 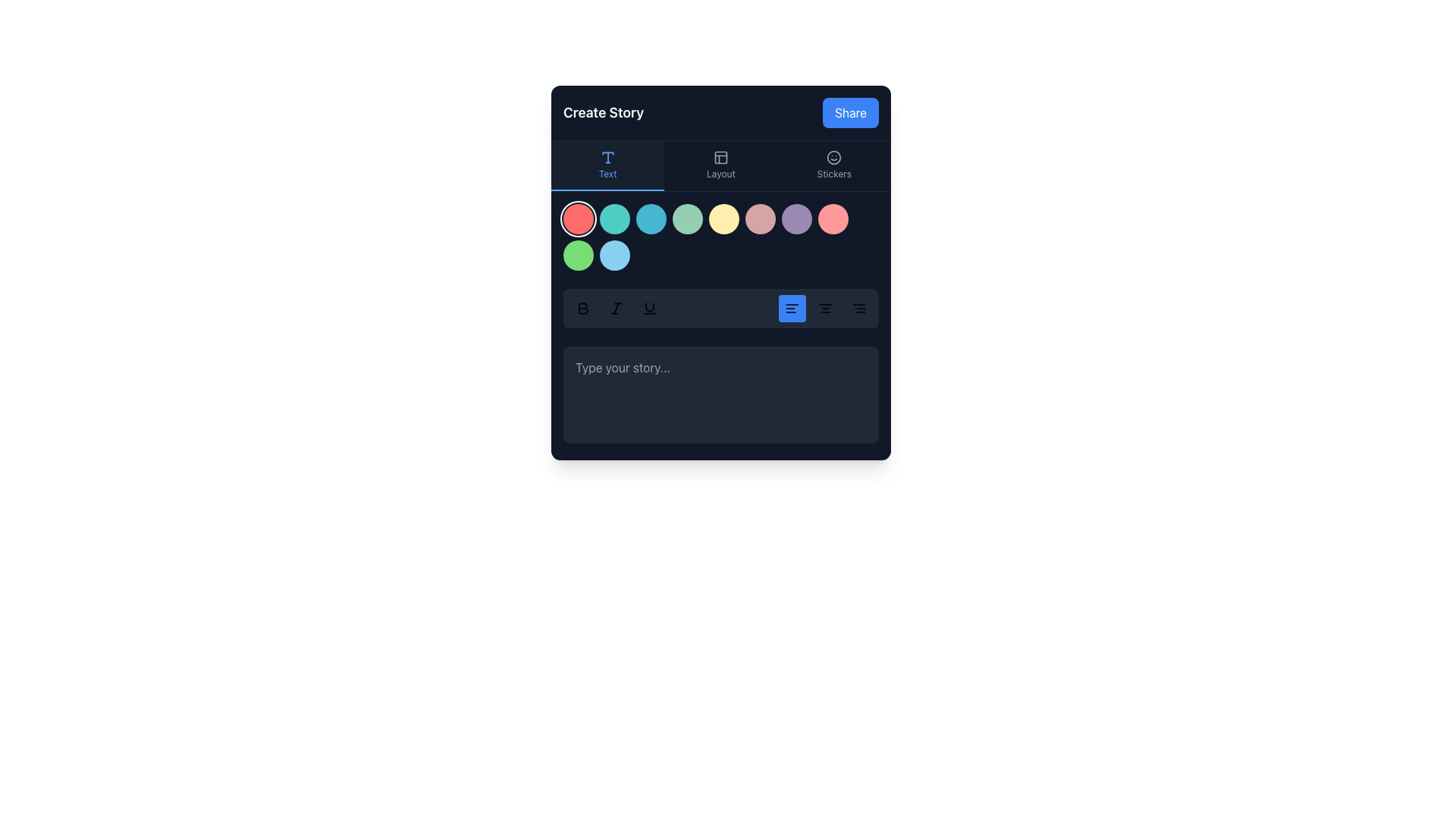 I want to click on the sixth circular button in the top row of the grid, so click(x=761, y=219).